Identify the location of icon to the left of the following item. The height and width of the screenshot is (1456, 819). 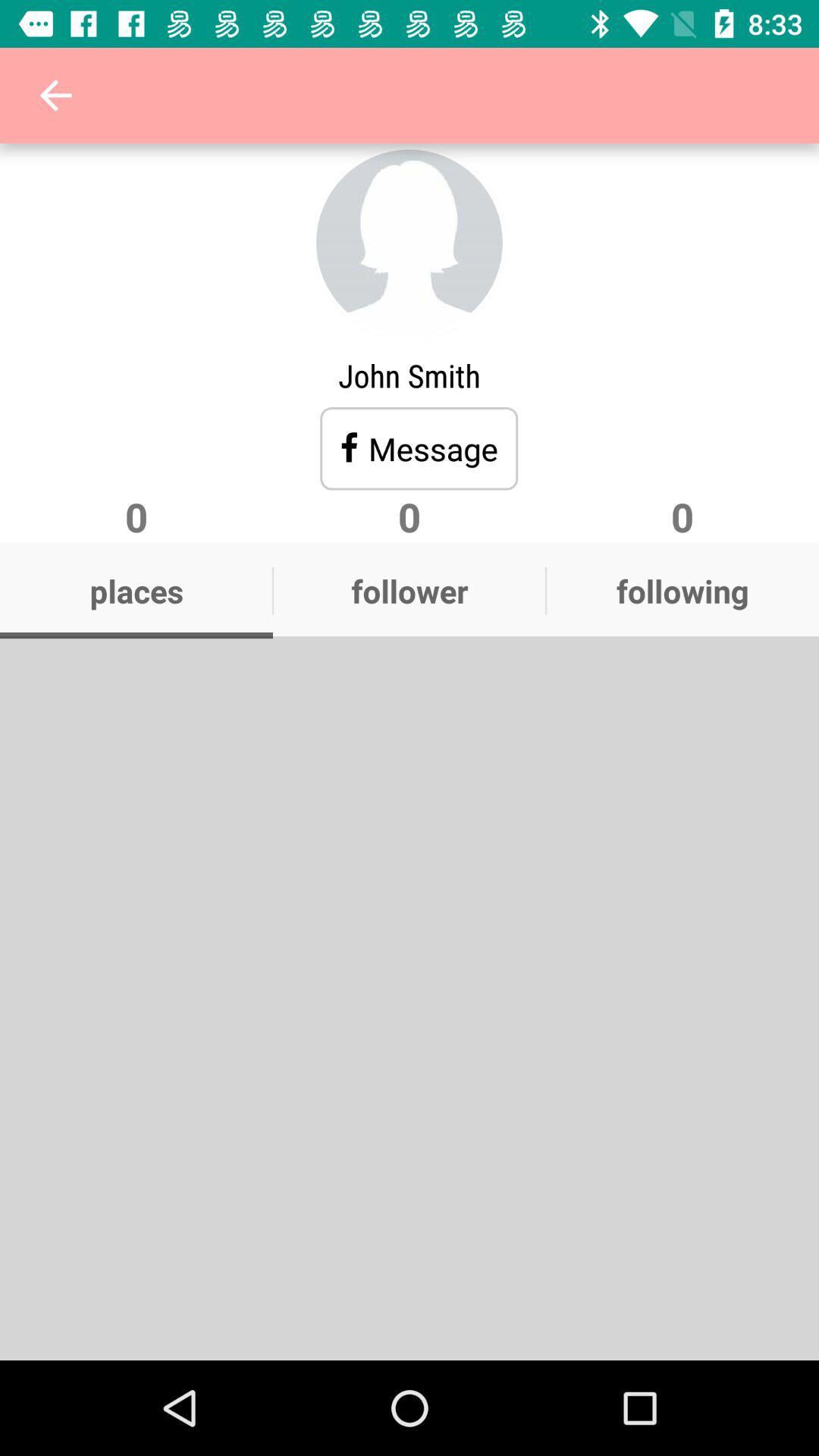
(409, 590).